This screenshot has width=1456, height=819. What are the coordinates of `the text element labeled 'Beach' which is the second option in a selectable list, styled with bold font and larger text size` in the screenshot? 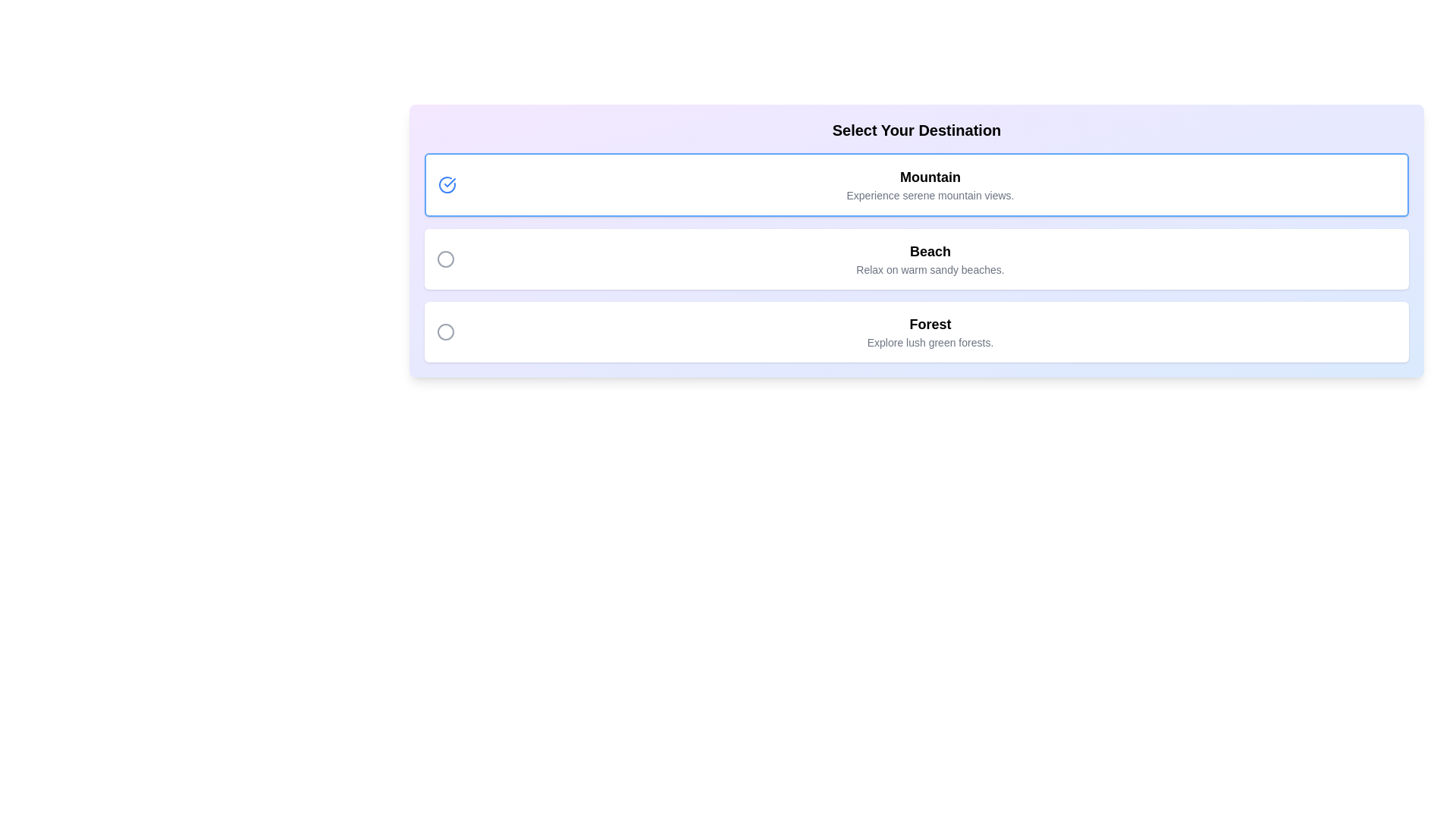 It's located at (930, 250).